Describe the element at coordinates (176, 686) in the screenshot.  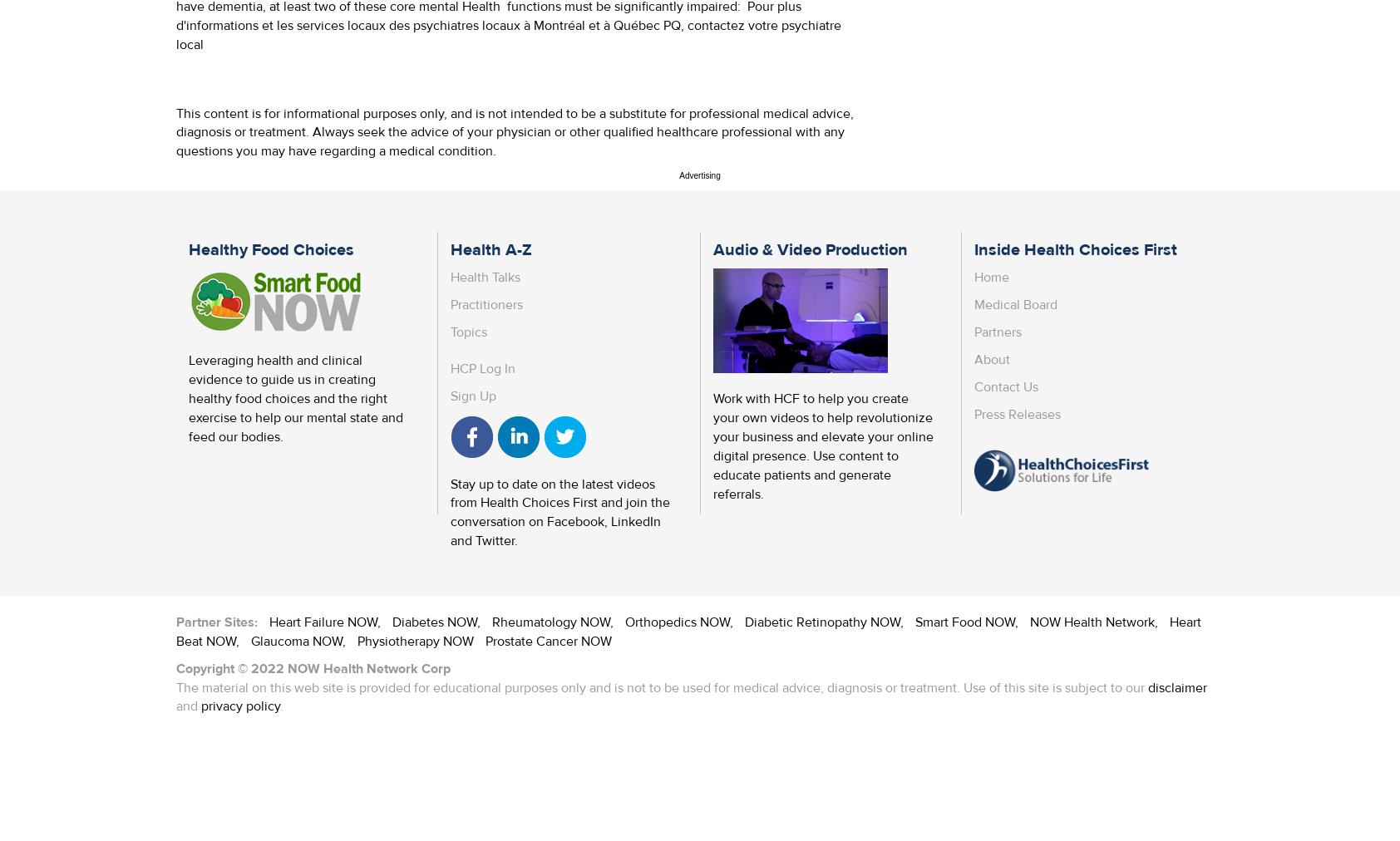
I see `'The material on this web site is provided for educational purposes only and is not to be used for medical advice, diagnosis or treatment.
          Use of this site is subject to our'` at that location.